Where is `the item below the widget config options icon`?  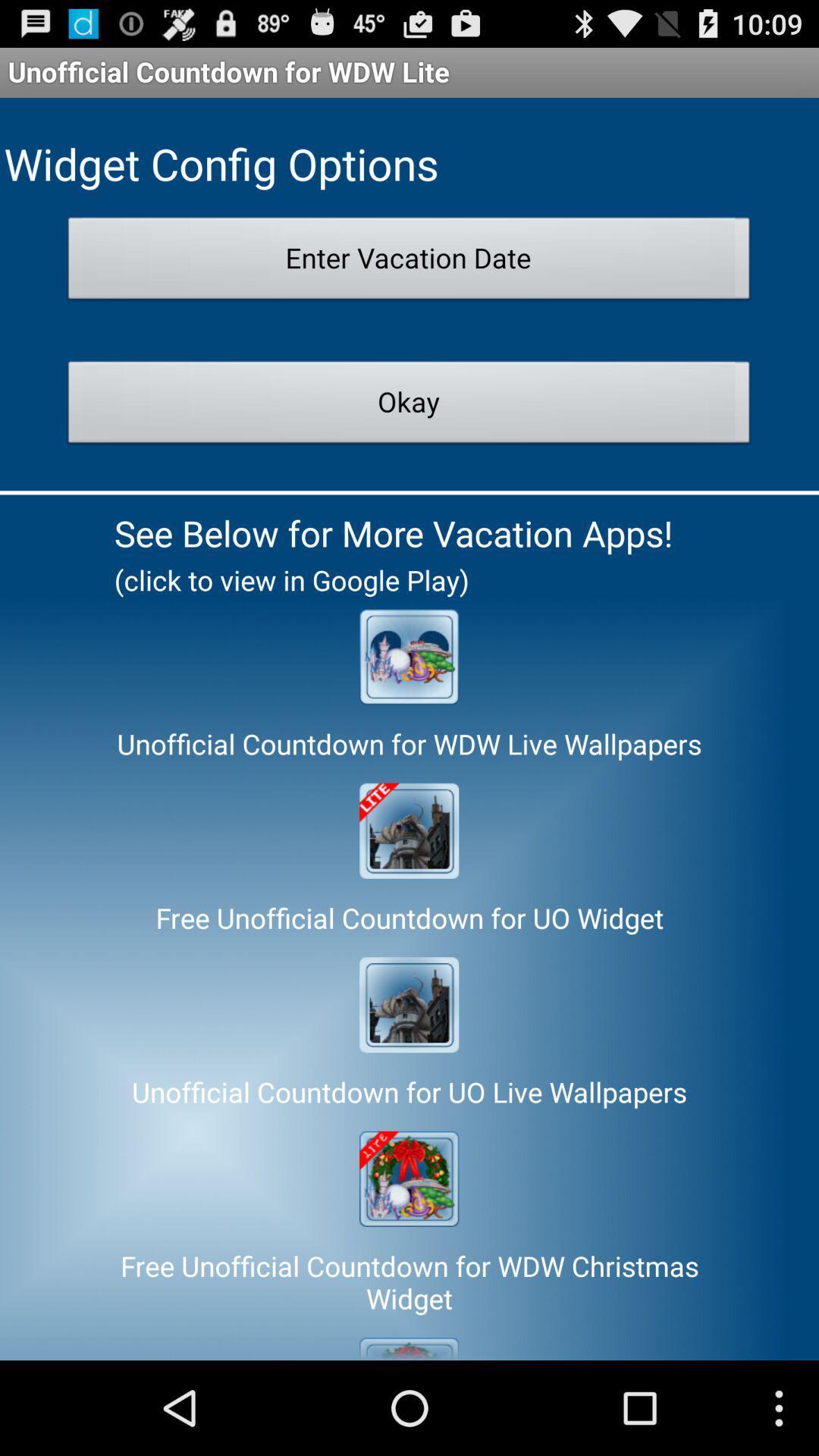 the item below the widget config options icon is located at coordinates (408, 262).